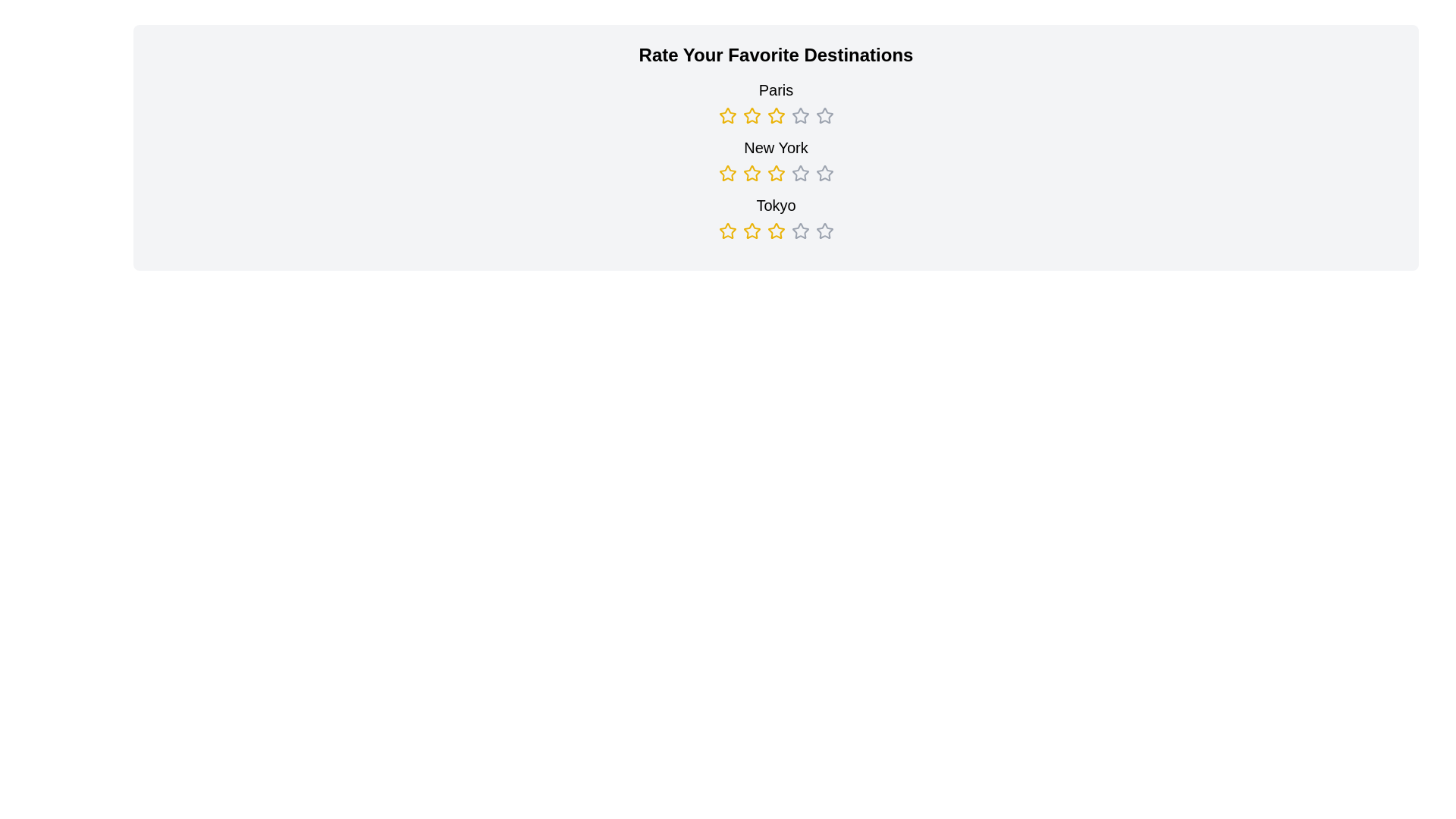 The height and width of the screenshot is (819, 1456). What do you see at coordinates (776, 115) in the screenshot?
I see `the third star-shaped icon button in the rating system for the destination 'Paris' to trigger the highlight effect` at bounding box center [776, 115].